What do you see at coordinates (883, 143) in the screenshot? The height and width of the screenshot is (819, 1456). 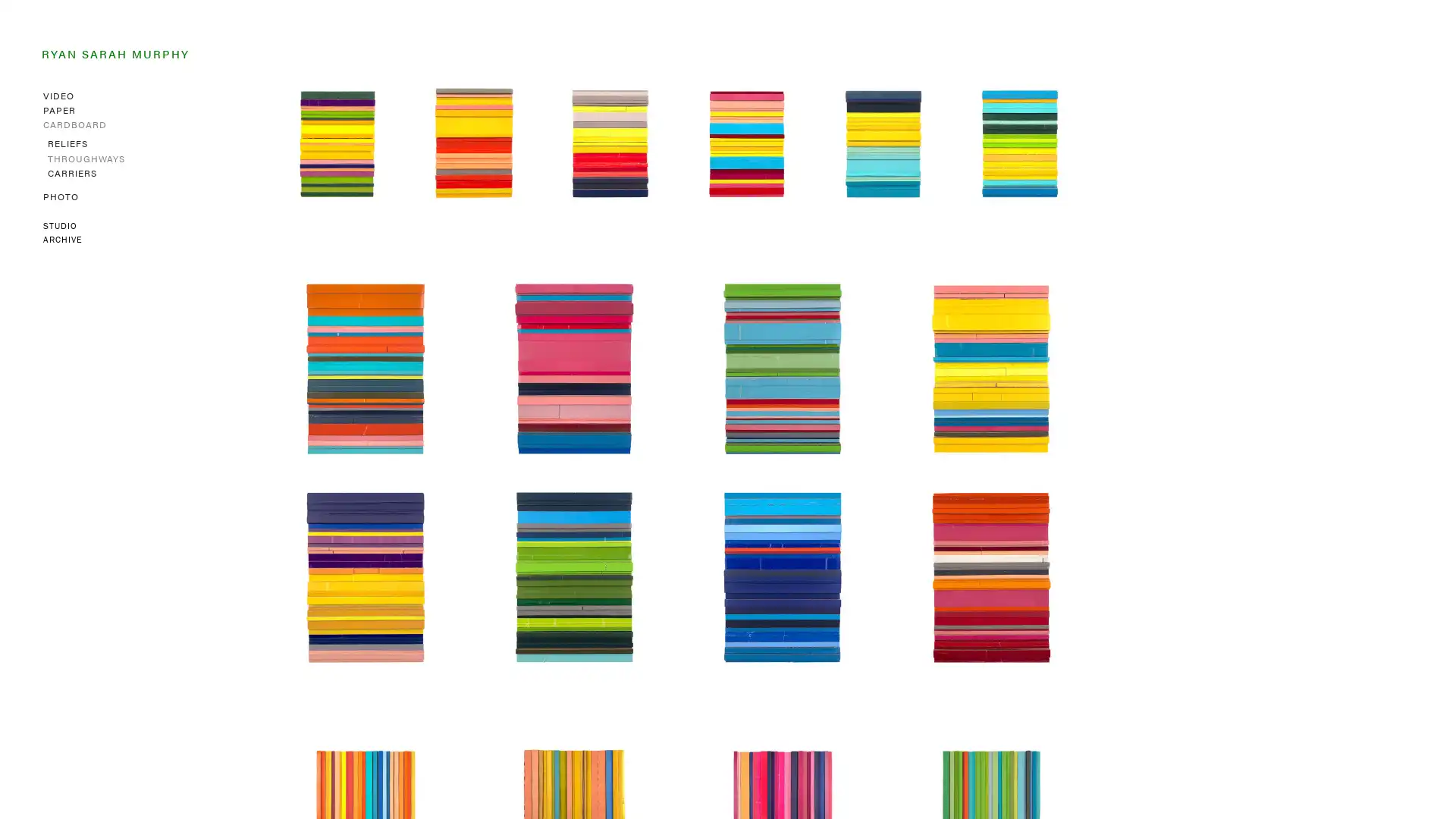 I see `View fullsize Throughway (yellow line) - Hover , 2021 found (unpainted) cardboard 6 x 4 inches INQUIRE` at bounding box center [883, 143].